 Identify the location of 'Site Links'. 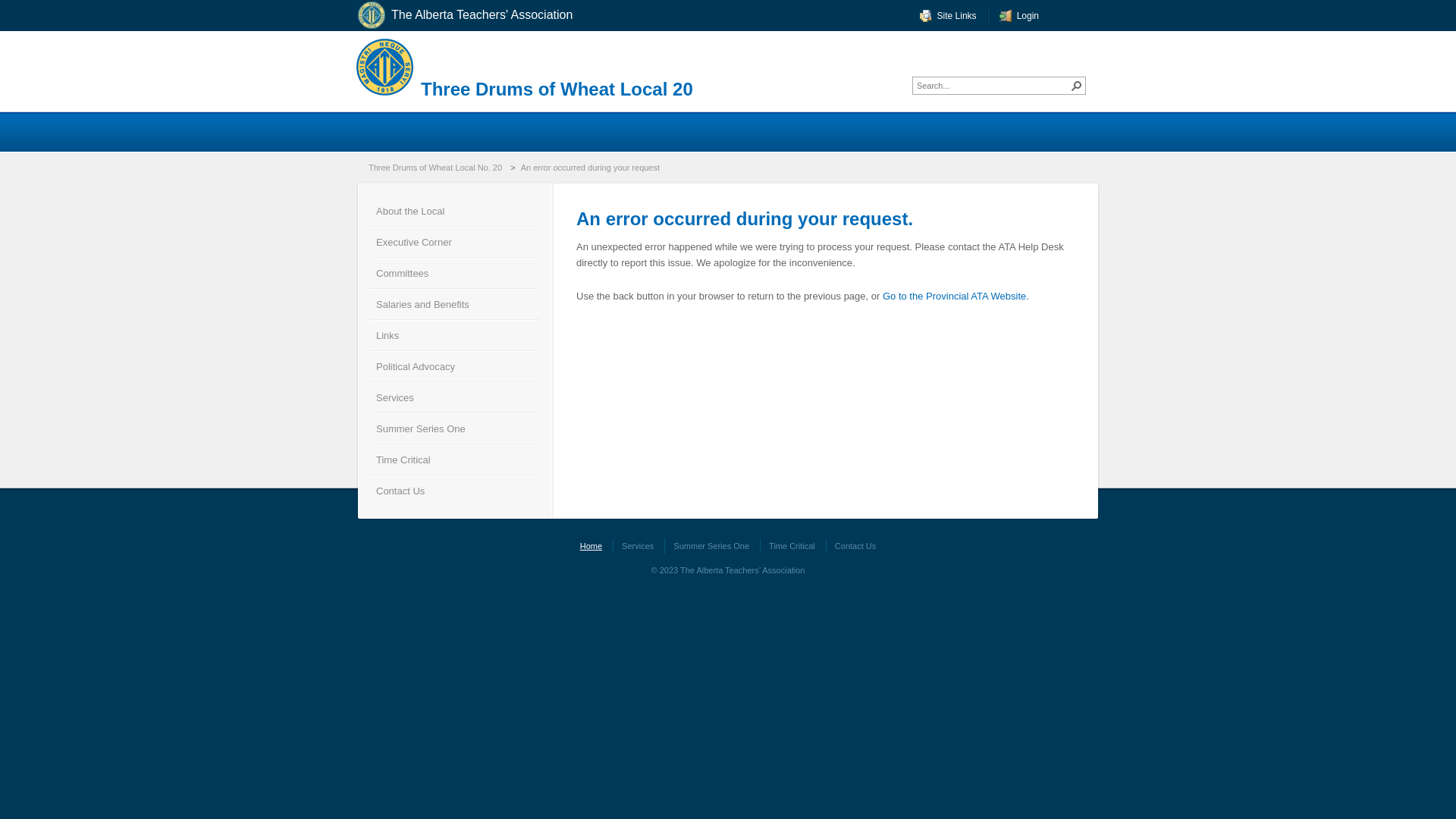
(947, 15).